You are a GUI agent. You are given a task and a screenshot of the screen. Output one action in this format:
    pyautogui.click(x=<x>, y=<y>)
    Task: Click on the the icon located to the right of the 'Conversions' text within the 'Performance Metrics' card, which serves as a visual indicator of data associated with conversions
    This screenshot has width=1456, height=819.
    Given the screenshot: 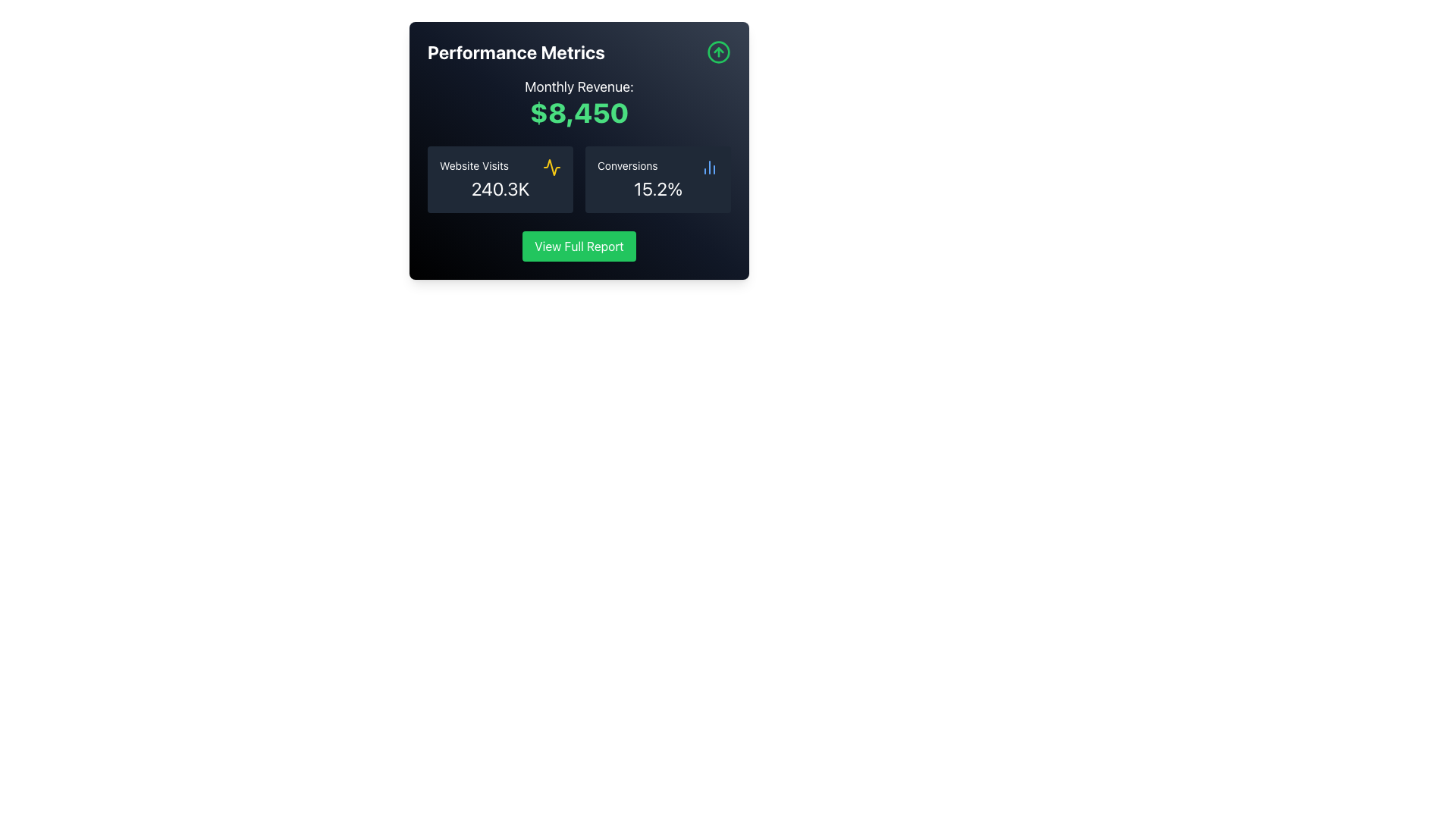 What is the action you would take?
    pyautogui.click(x=709, y=167)
    